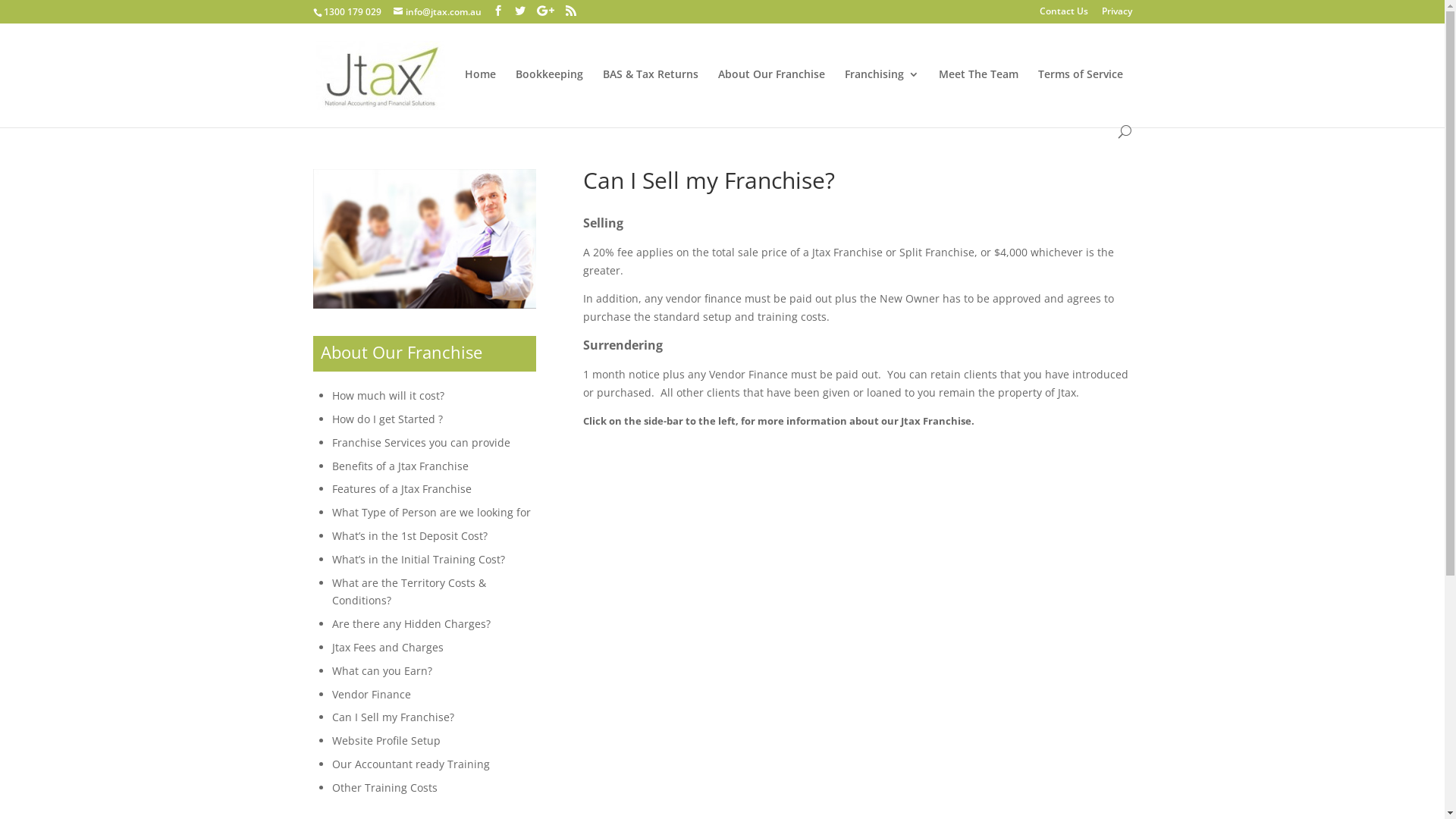 This screenshot has width=1456, height=819. What do you see at coordinates (401, 488) in the screenshot?
I see `'Features of a Jtax Franchise'` at bounding box center [401, 488].